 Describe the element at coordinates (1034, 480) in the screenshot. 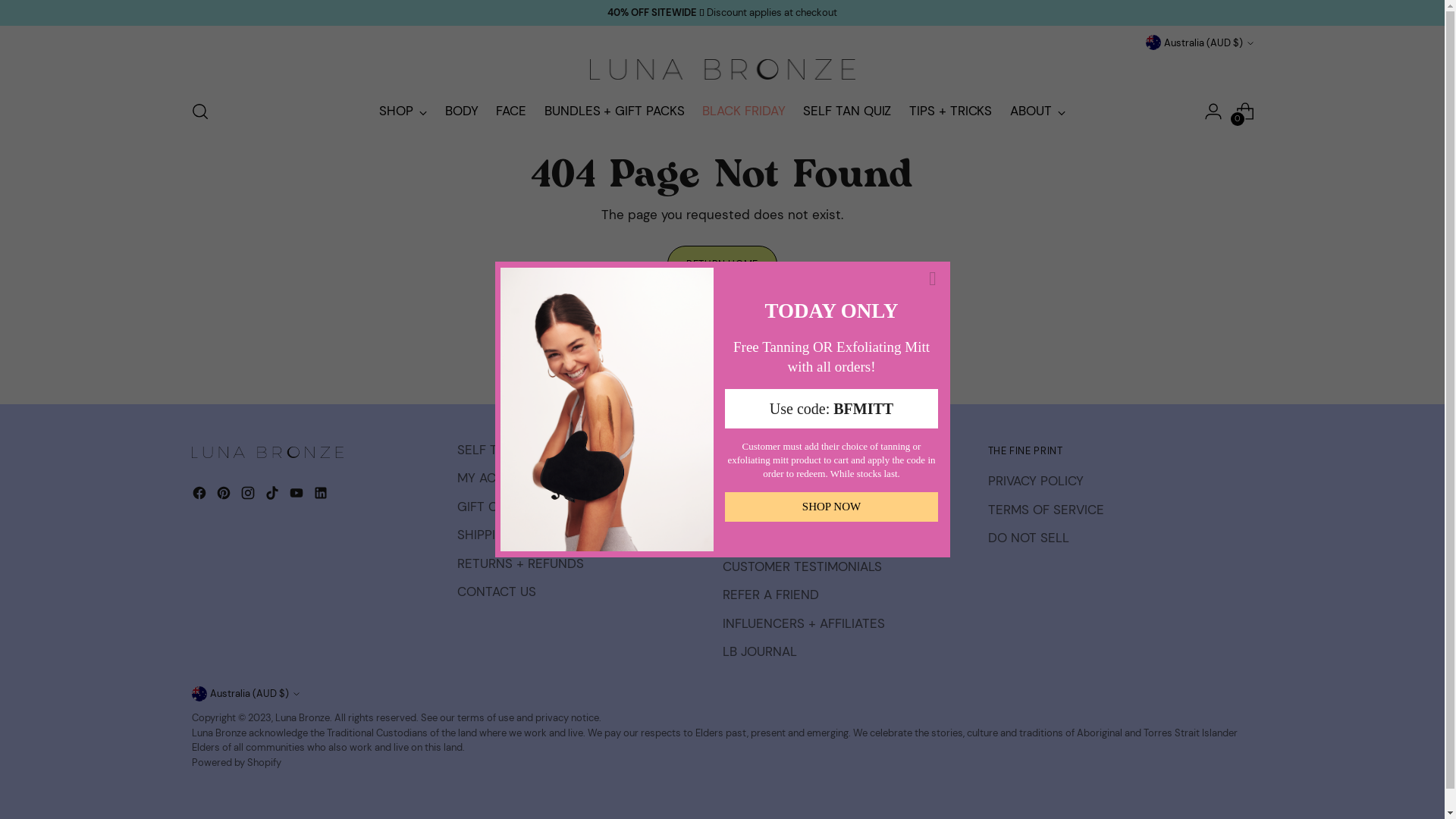

I see `'PRIVACY POLICY'` at that location.